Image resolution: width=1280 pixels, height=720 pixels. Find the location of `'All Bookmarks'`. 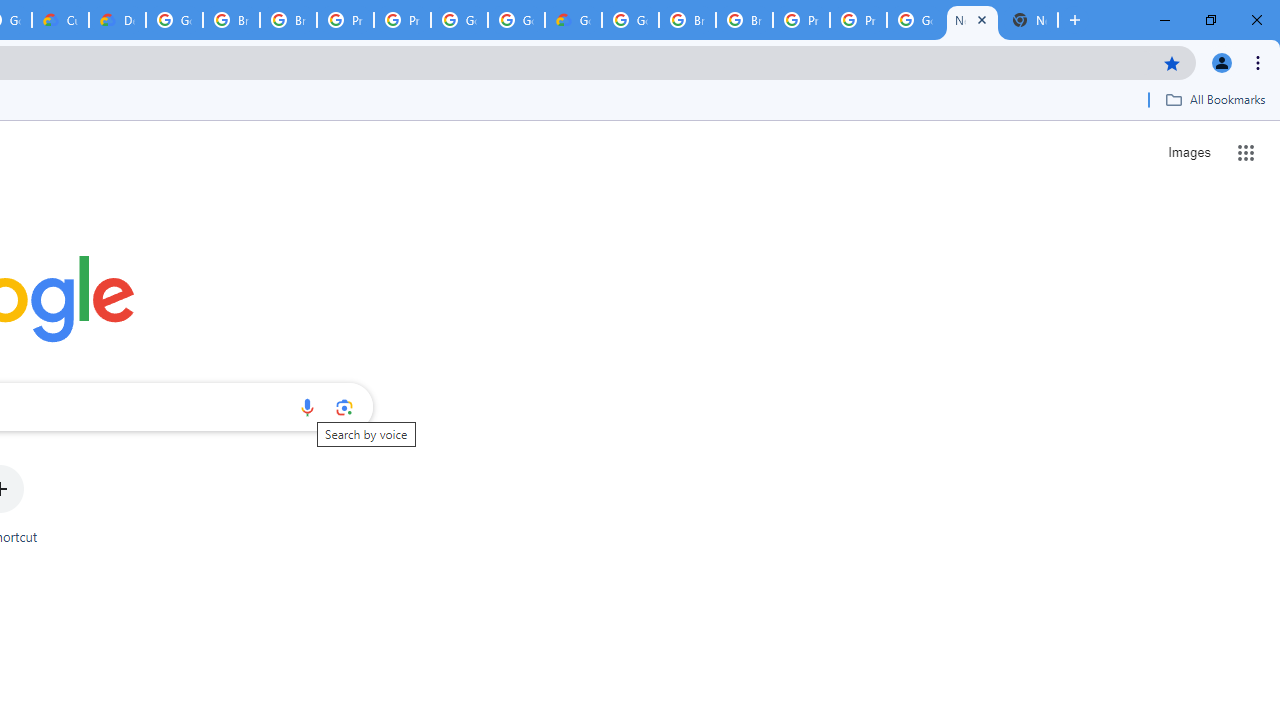

'All Bookmarks' is located at coordinates (1214, 99).